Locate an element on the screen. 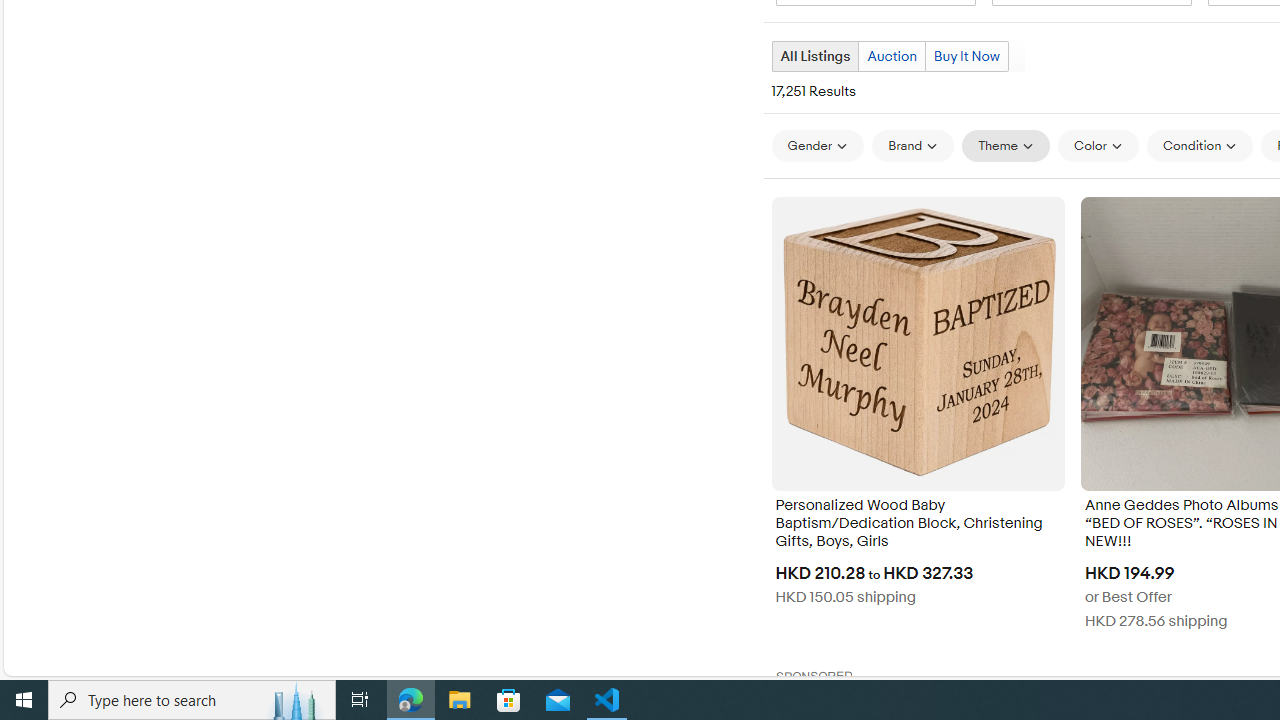 The image size is (1280, 720). 'Brand' is located at coordinates (912, 144).